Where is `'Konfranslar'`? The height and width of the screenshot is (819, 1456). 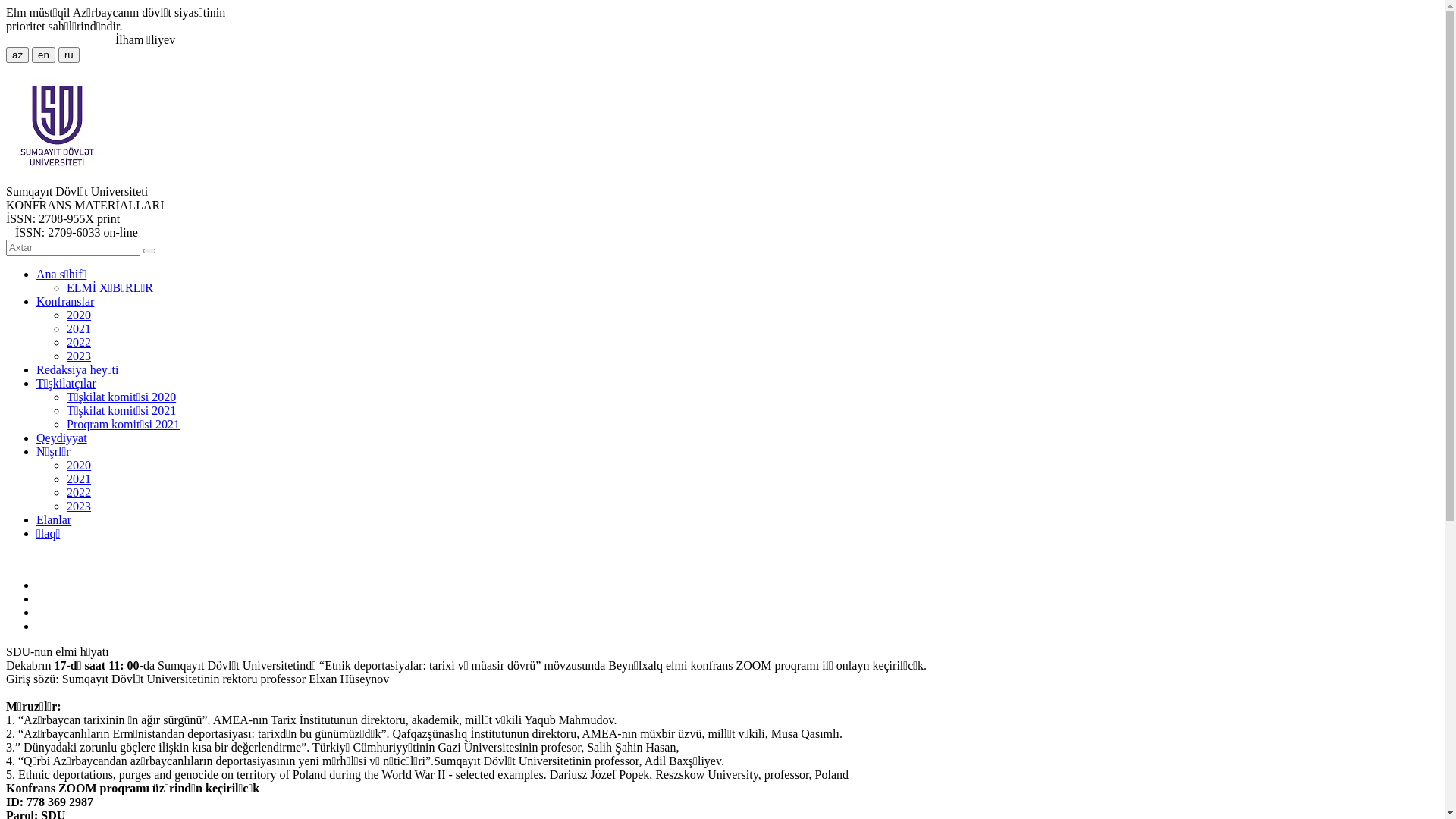
'Konfranslar' is located at coordinates (64, 301).